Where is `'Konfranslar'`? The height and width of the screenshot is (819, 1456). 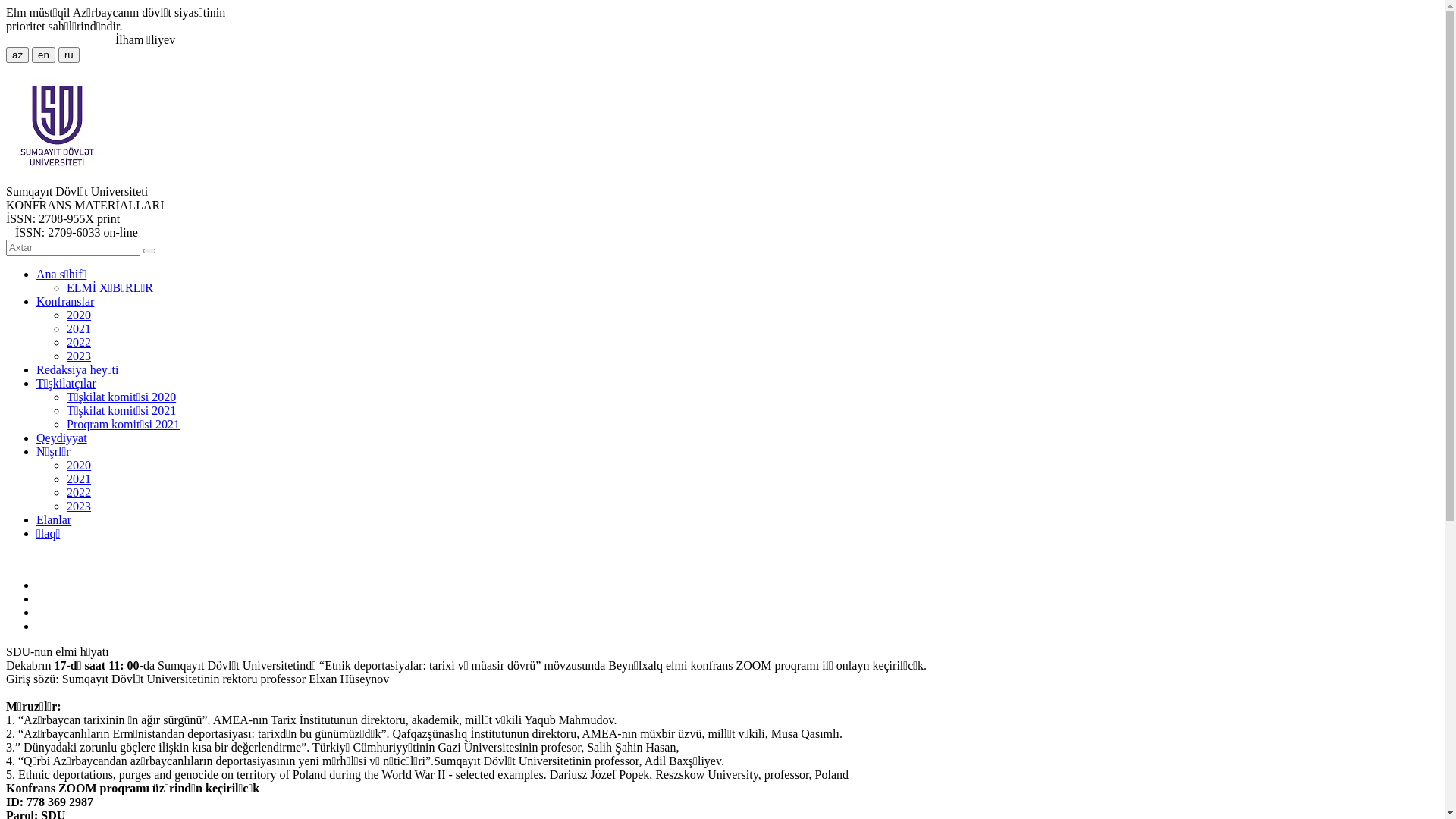
'Konfranslar' is located at coordinates (64, 301).